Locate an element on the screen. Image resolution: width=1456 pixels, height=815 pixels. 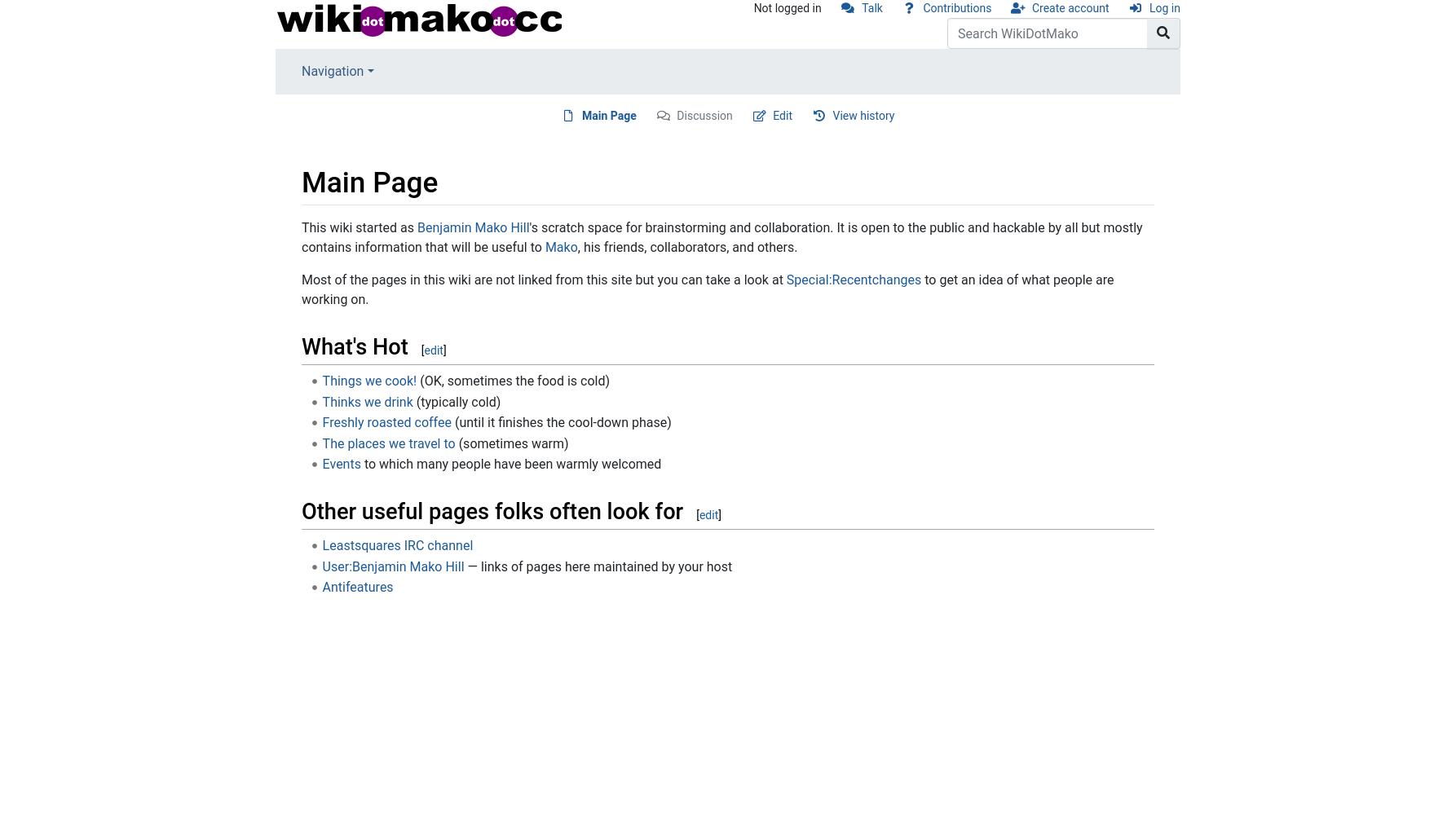
'Things we cook!' is located at coordinates (368, 380).